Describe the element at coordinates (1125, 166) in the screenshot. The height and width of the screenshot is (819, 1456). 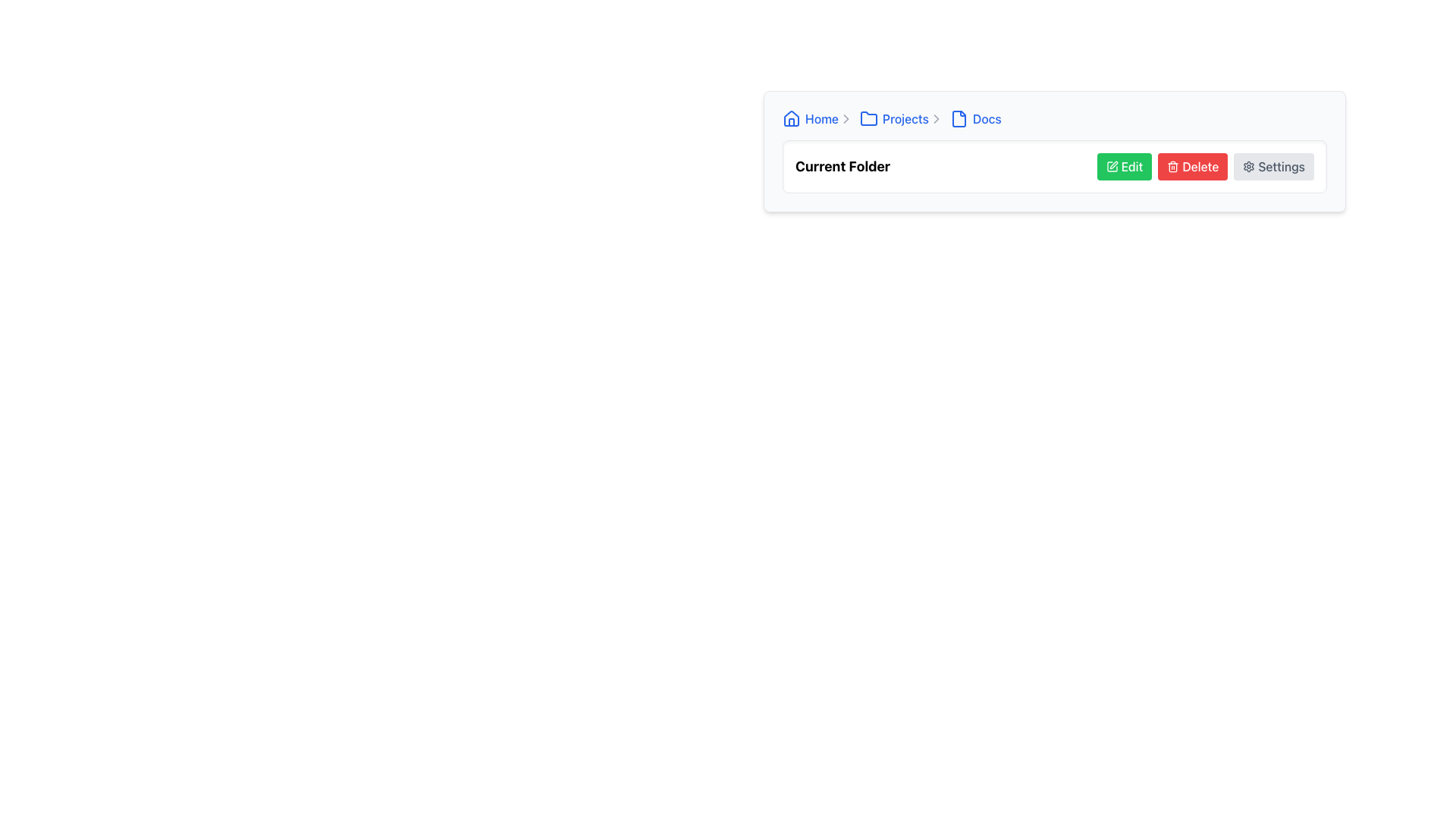
I see `the 'Edit' button located on the far left of a horizontal row of buttons` at that location.